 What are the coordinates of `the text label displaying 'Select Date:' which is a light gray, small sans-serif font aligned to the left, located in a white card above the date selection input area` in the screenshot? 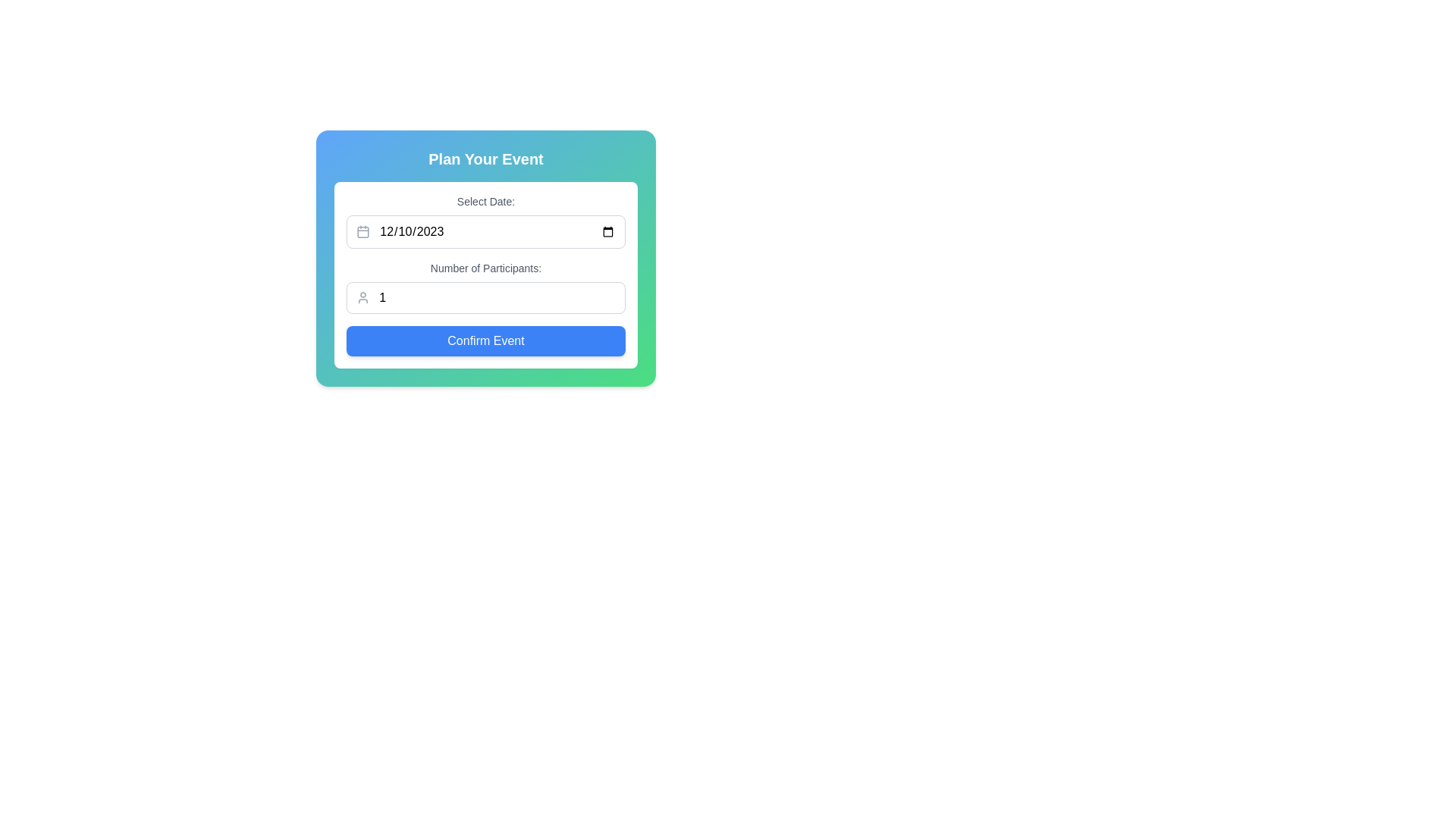 It's located at (486, 201).